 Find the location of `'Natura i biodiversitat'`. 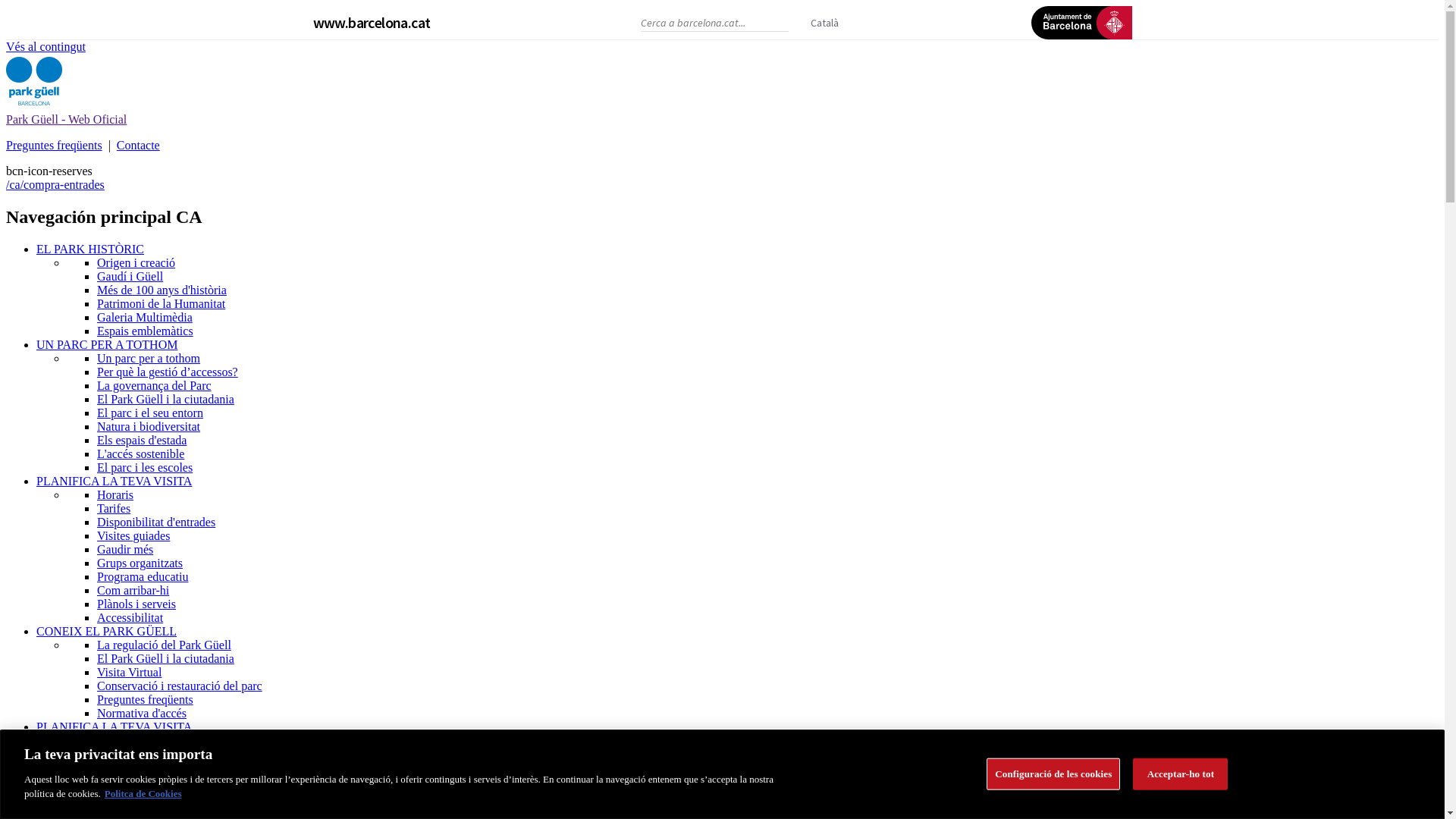

'Natura i biodiversitat' is located at coordinates (149, 426).